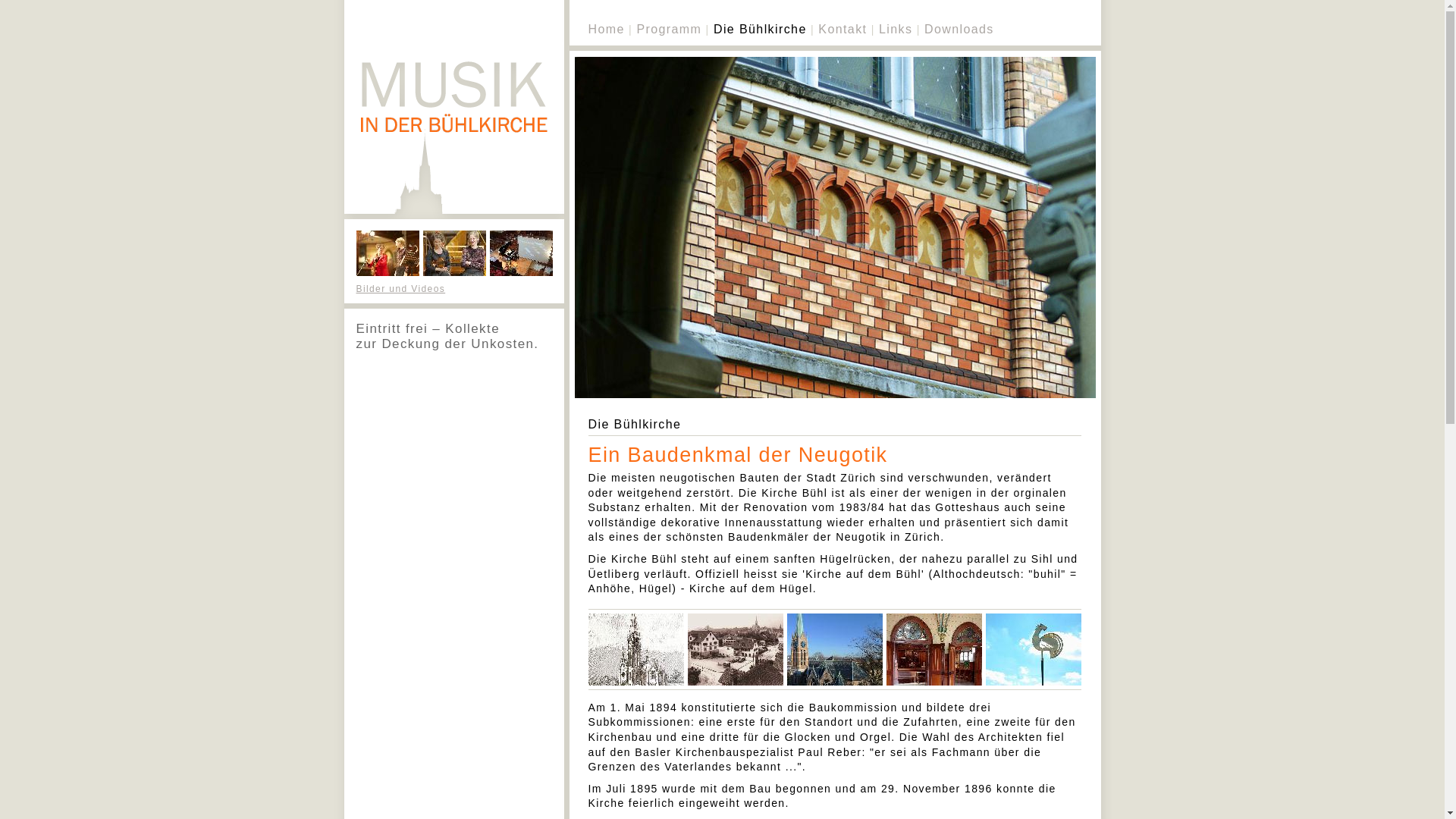  What do you see at coordinates (400, 289) in the screenshot?
I see `'Bilder und Videos'` at bounding box center [400, 289].